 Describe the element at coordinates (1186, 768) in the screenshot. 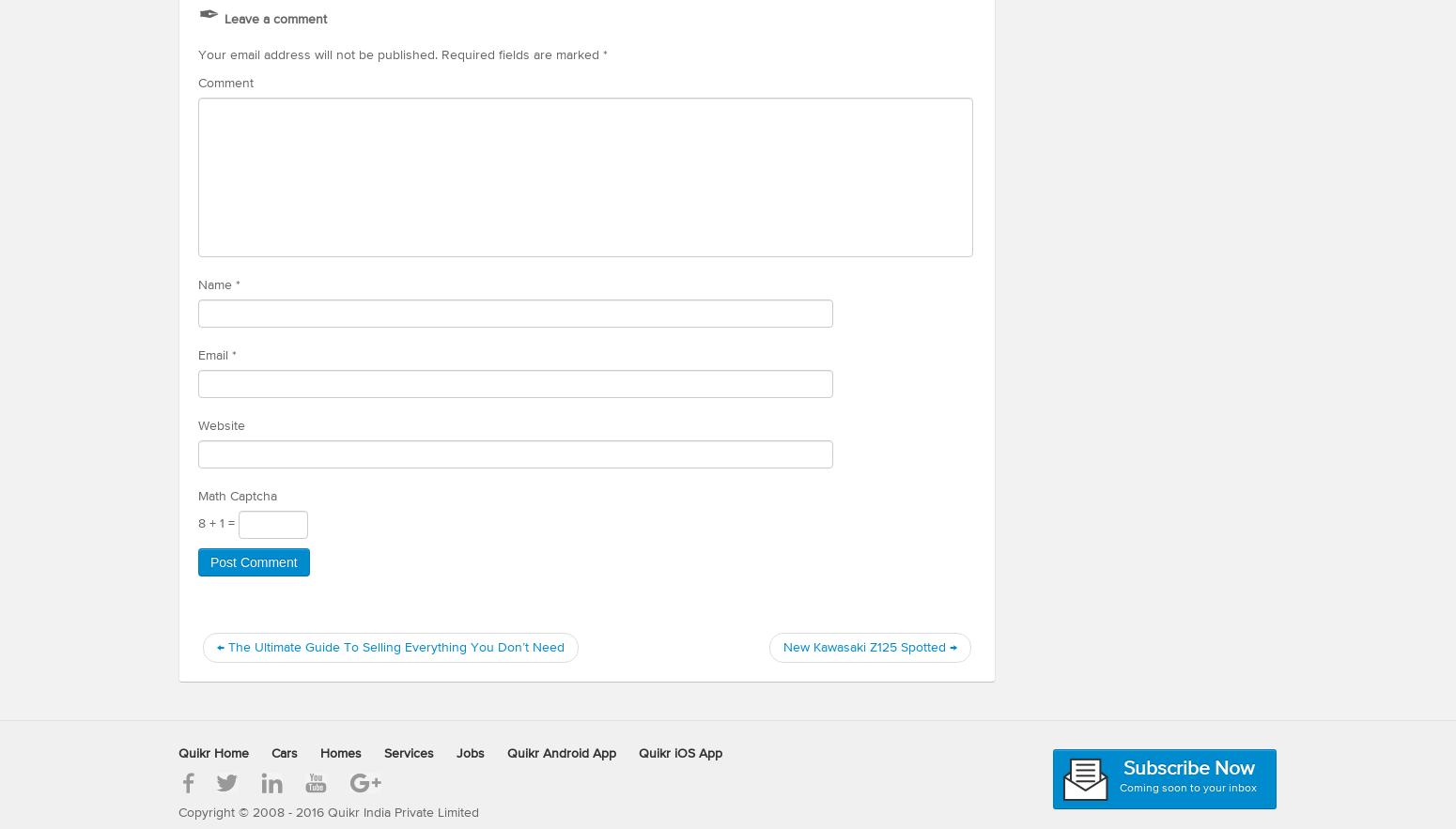

I see `'Subscribe Now'` at that location.